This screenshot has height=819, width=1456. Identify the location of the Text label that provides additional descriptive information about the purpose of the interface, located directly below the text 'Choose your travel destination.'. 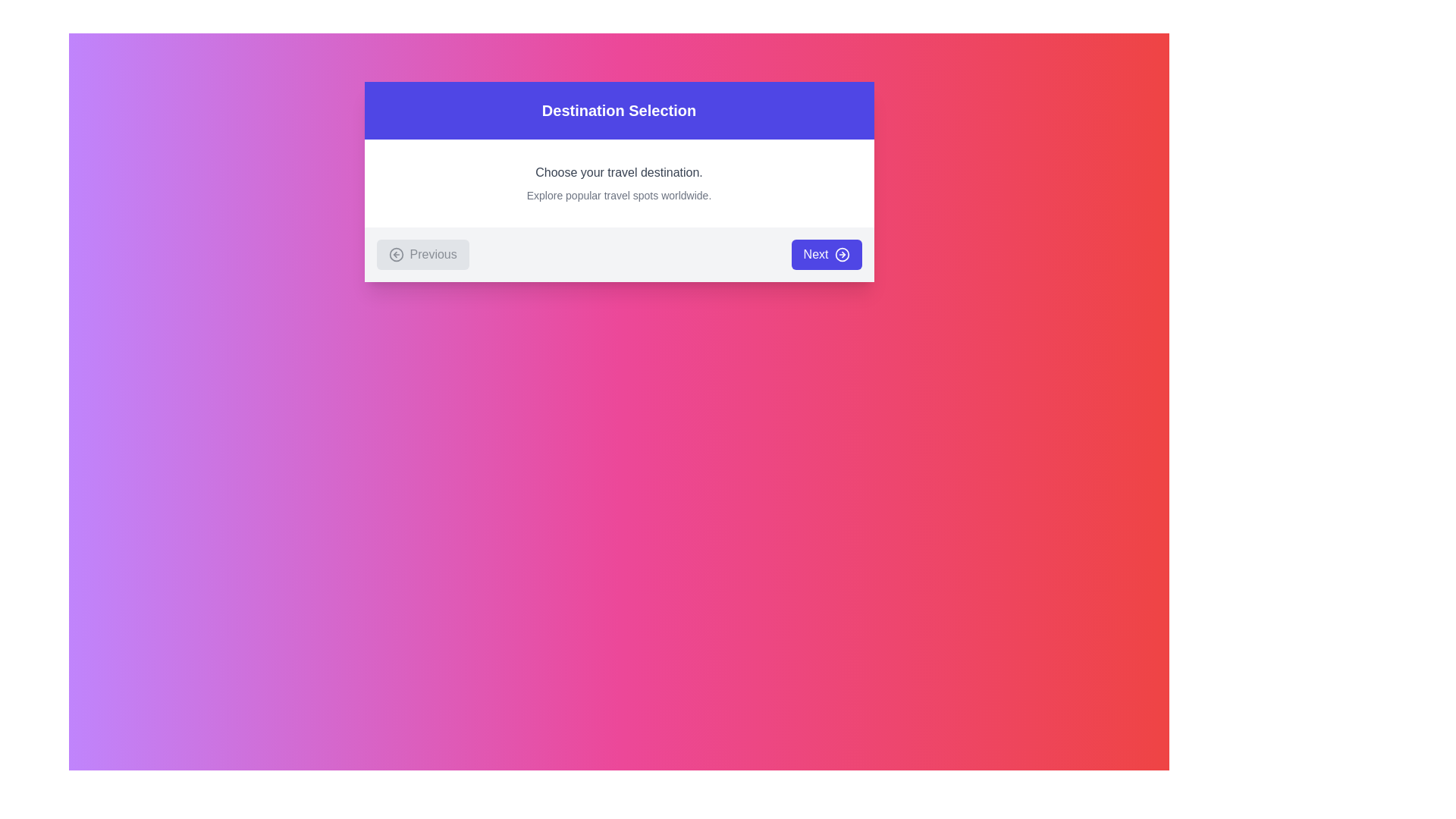
(619, 195).